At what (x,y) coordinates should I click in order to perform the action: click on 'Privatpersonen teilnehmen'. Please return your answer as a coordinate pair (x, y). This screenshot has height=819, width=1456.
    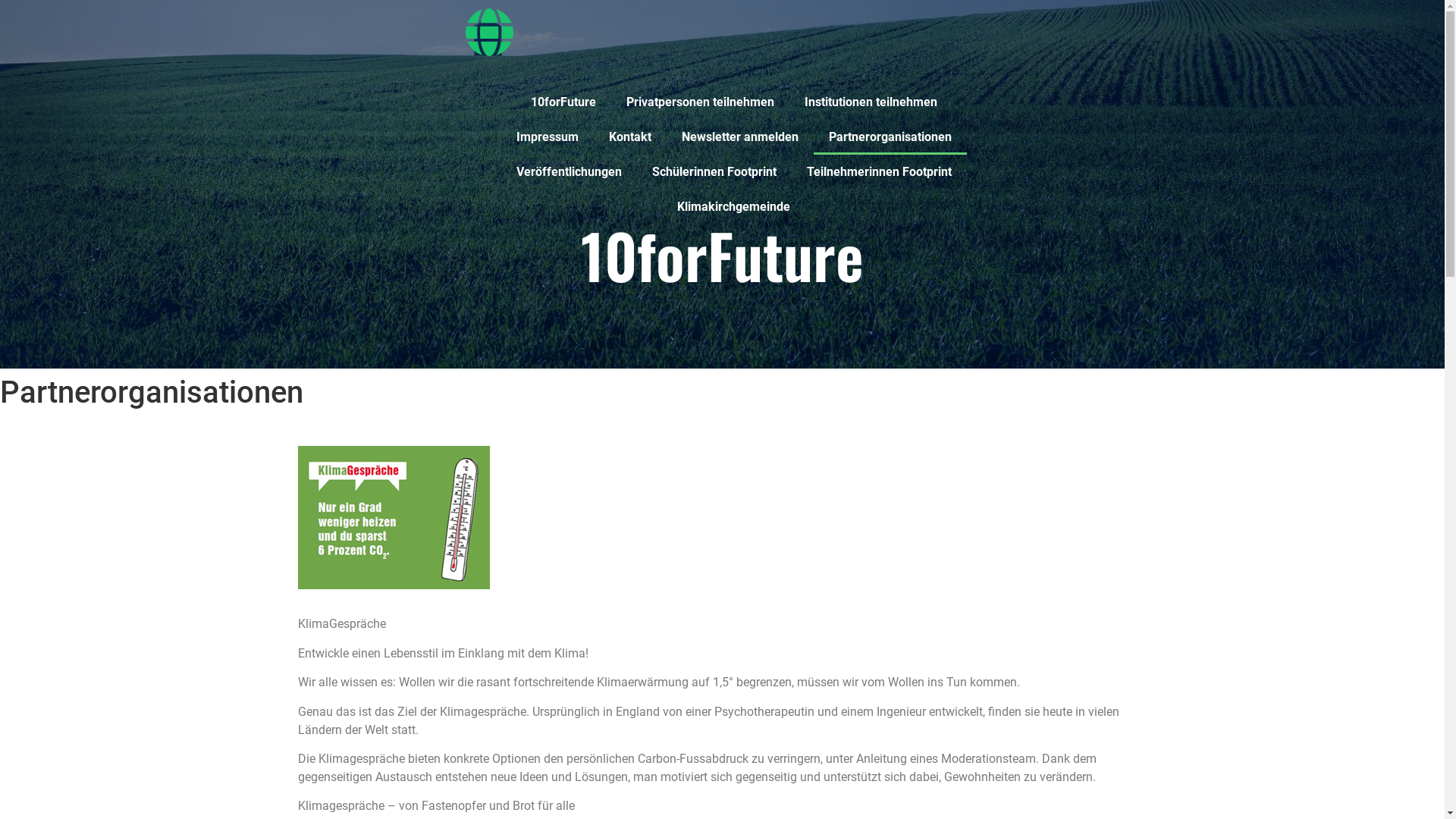
    Looking at the image, I should click on (699, 102).